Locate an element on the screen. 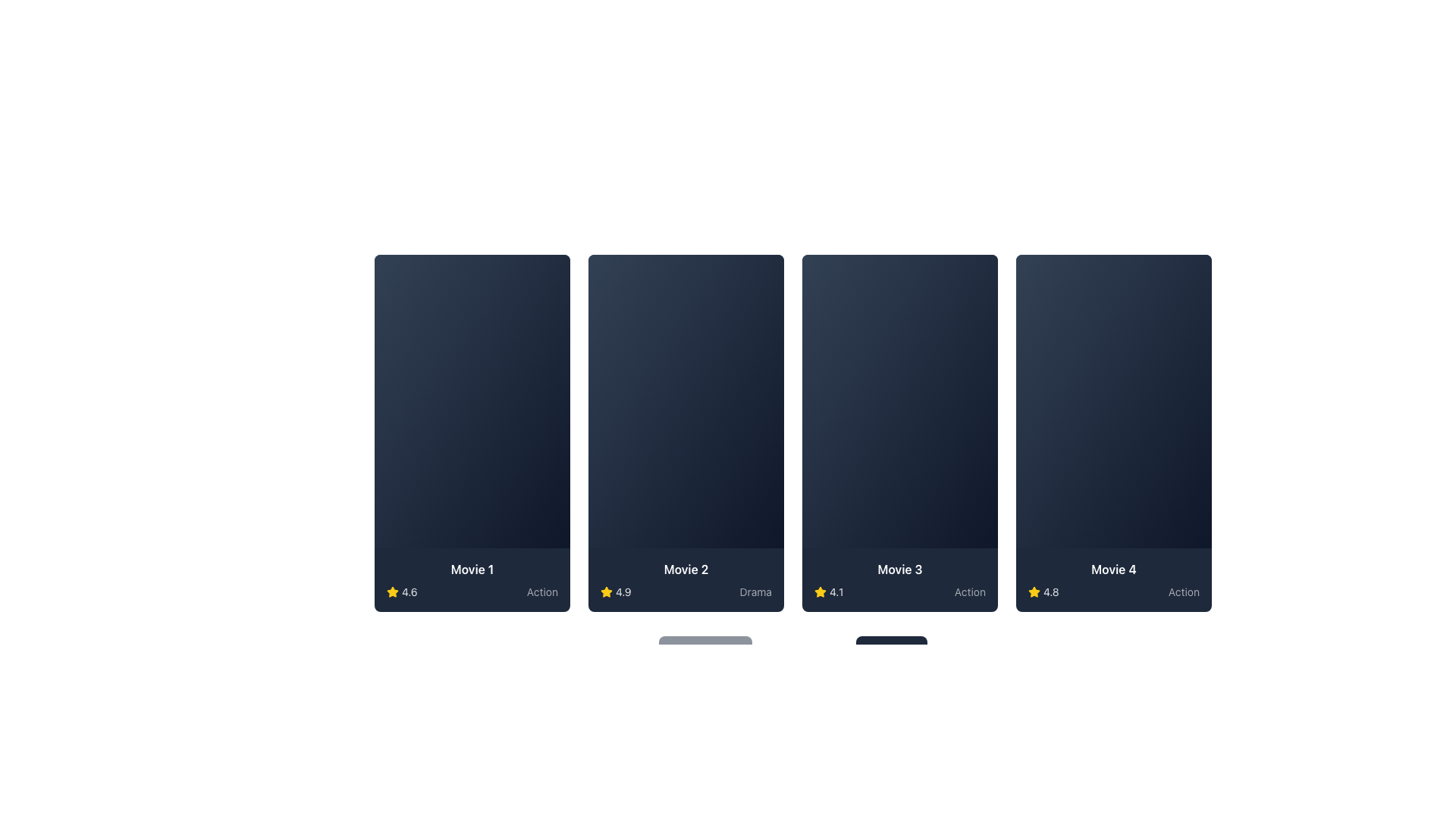 Image resolution: width=1456 pixels, height=819 pixels. the yellow star icon located in the bottom left corner of the fourth card labeled 'Movie 4' is located at coordinates (1033, 591).